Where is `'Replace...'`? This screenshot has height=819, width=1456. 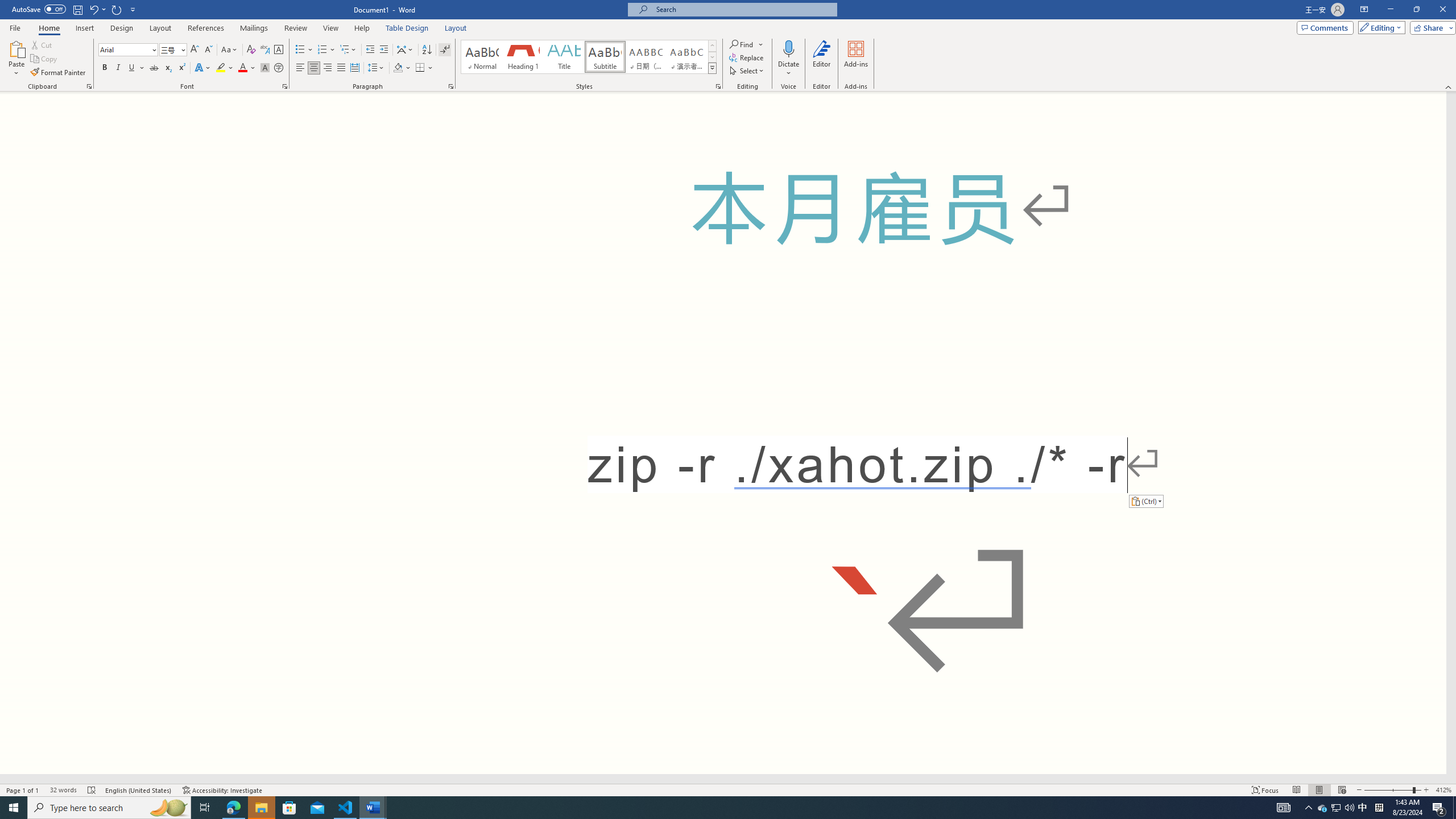 'Replace...' is located at coordinates (747, 56).